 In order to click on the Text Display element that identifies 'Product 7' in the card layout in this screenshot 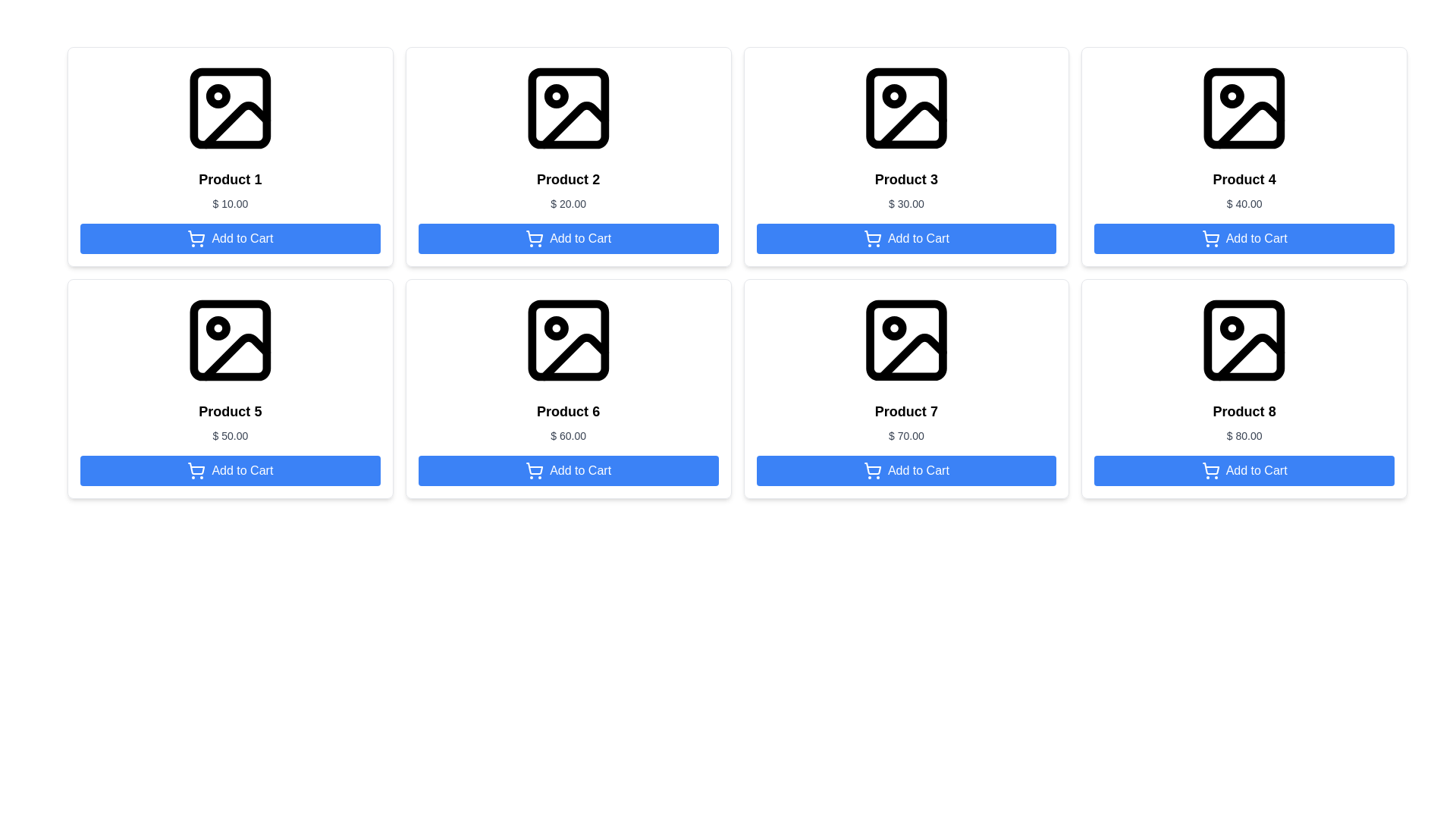, I will do `click(906, 412)`.